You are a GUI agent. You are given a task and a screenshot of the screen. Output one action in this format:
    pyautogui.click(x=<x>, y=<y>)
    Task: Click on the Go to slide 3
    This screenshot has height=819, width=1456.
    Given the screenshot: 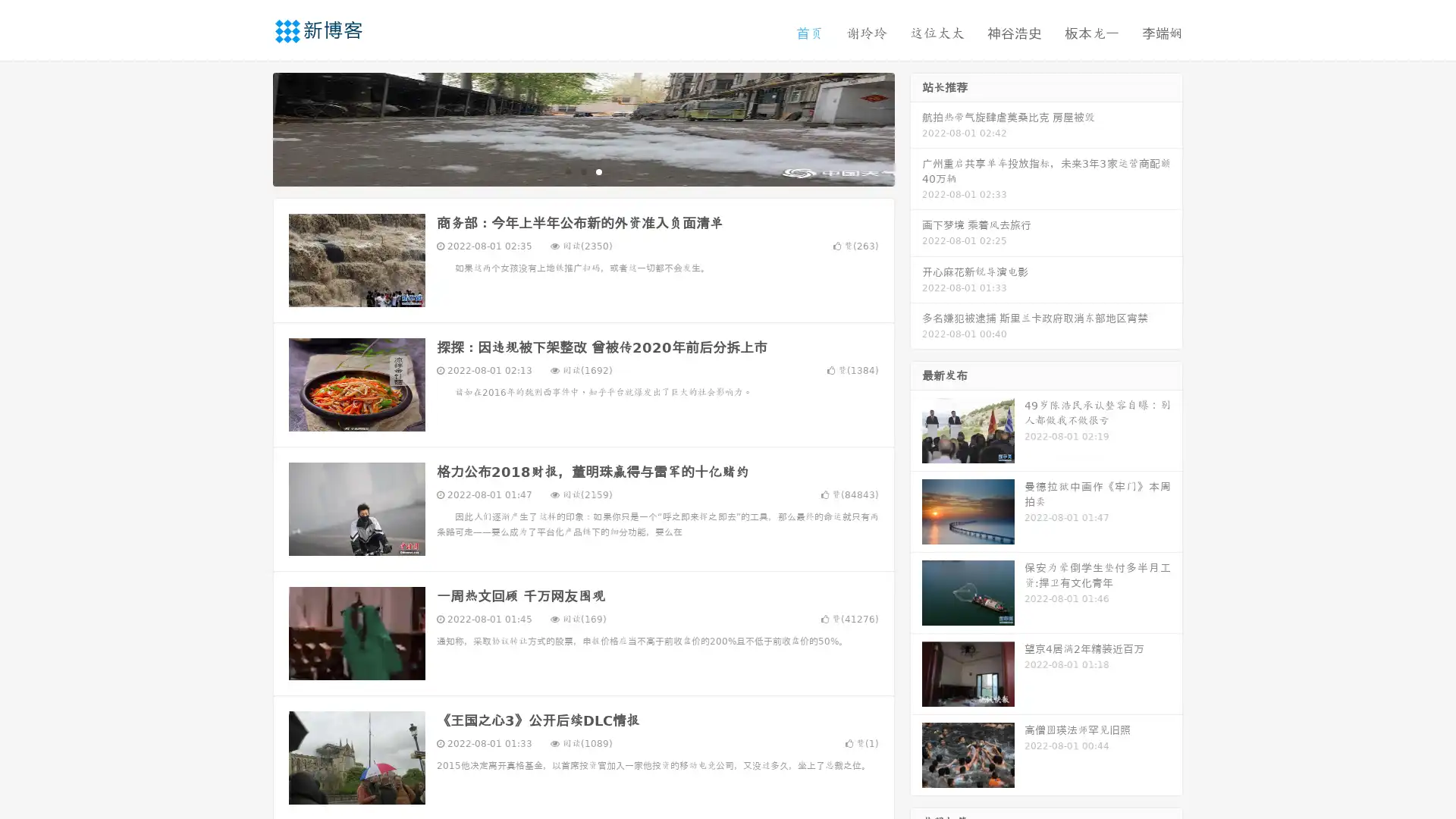 What is the action you would take?
    pyautogui.click(x=598, y=171)
    